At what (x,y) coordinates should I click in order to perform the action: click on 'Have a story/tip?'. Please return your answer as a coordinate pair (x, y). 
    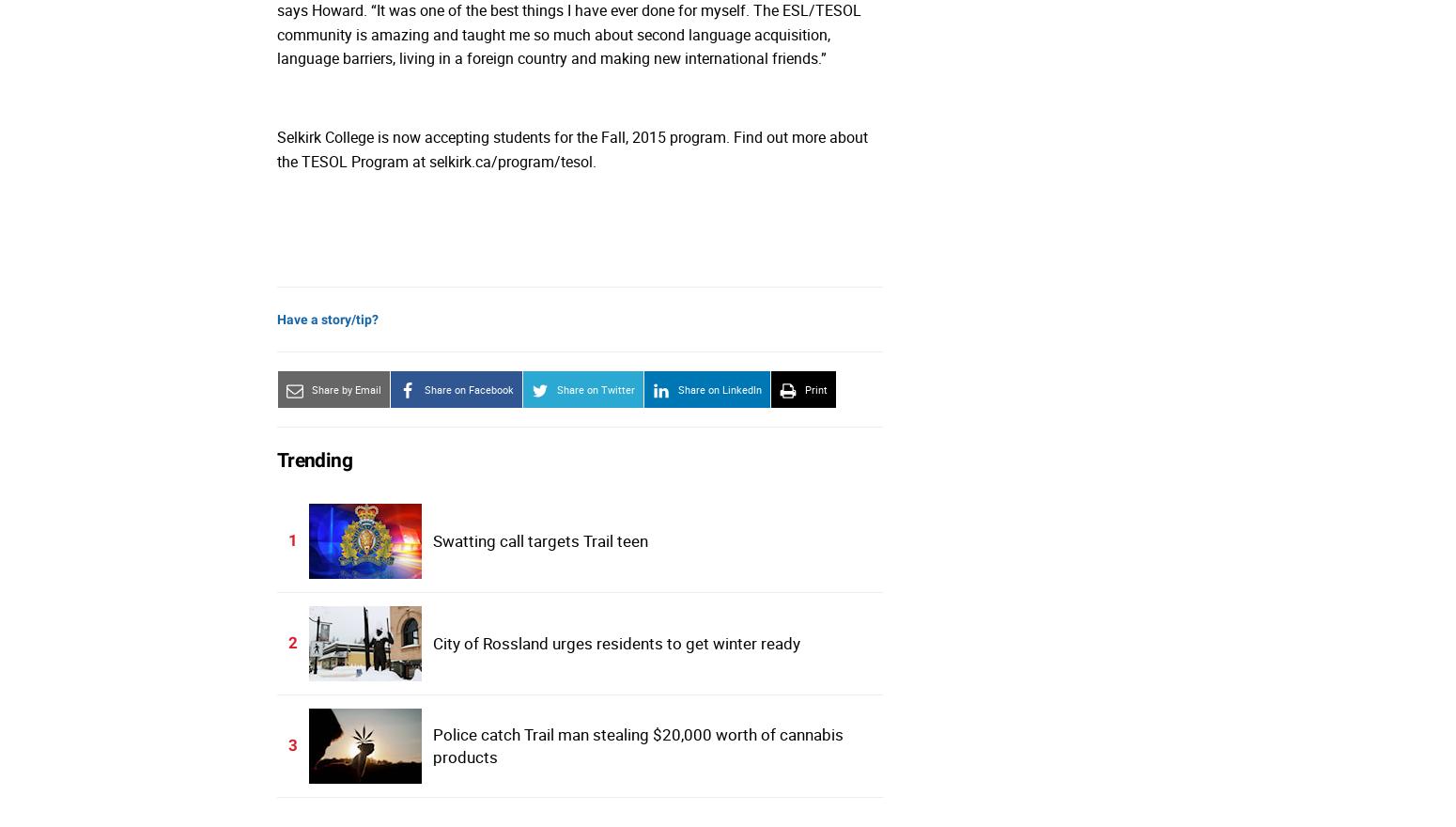
    Looking at the image, I should click on (276, 320).